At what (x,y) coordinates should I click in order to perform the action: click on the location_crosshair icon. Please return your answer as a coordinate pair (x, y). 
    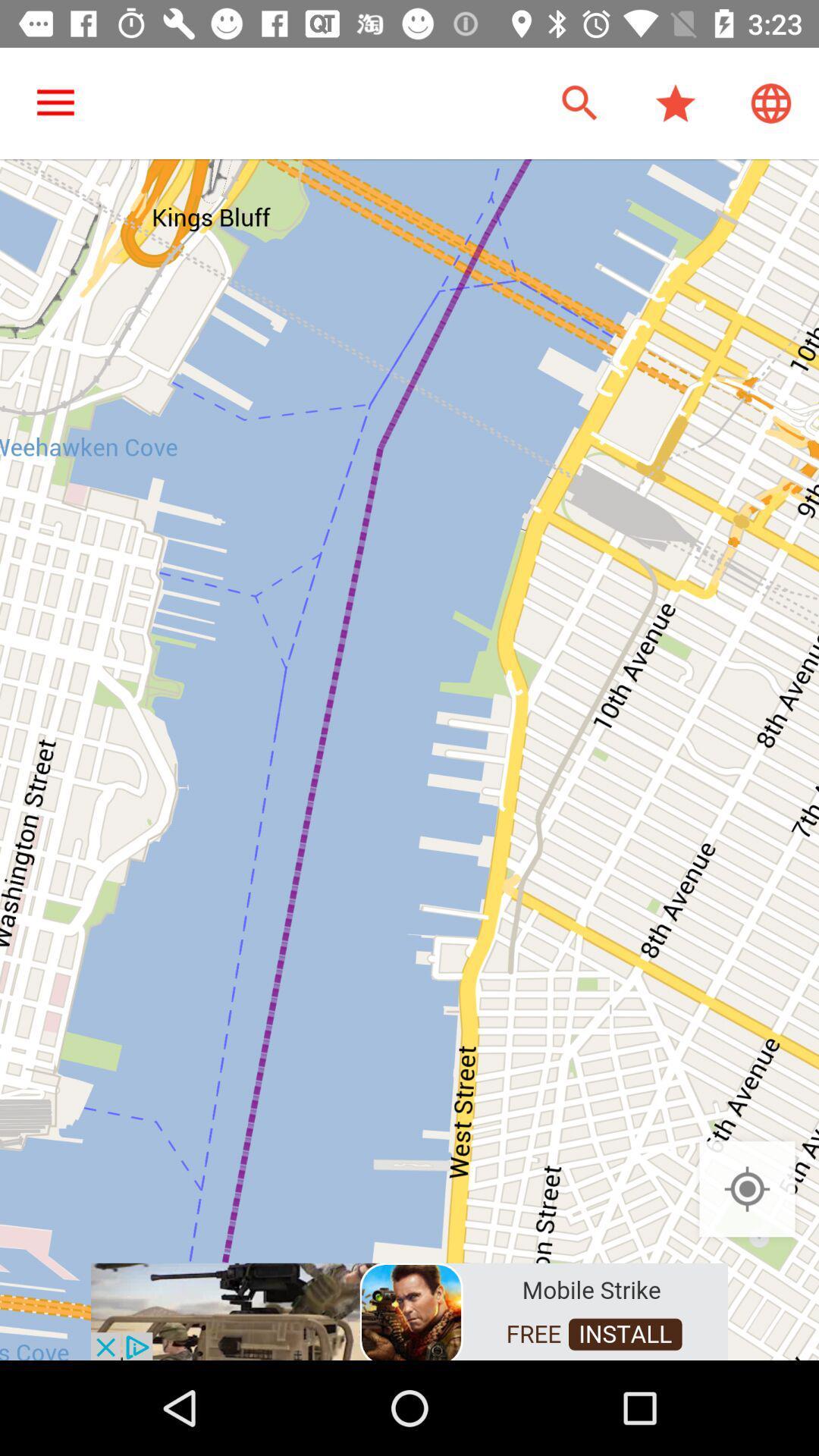
    Looking at the image, I should click on (746, 1188).